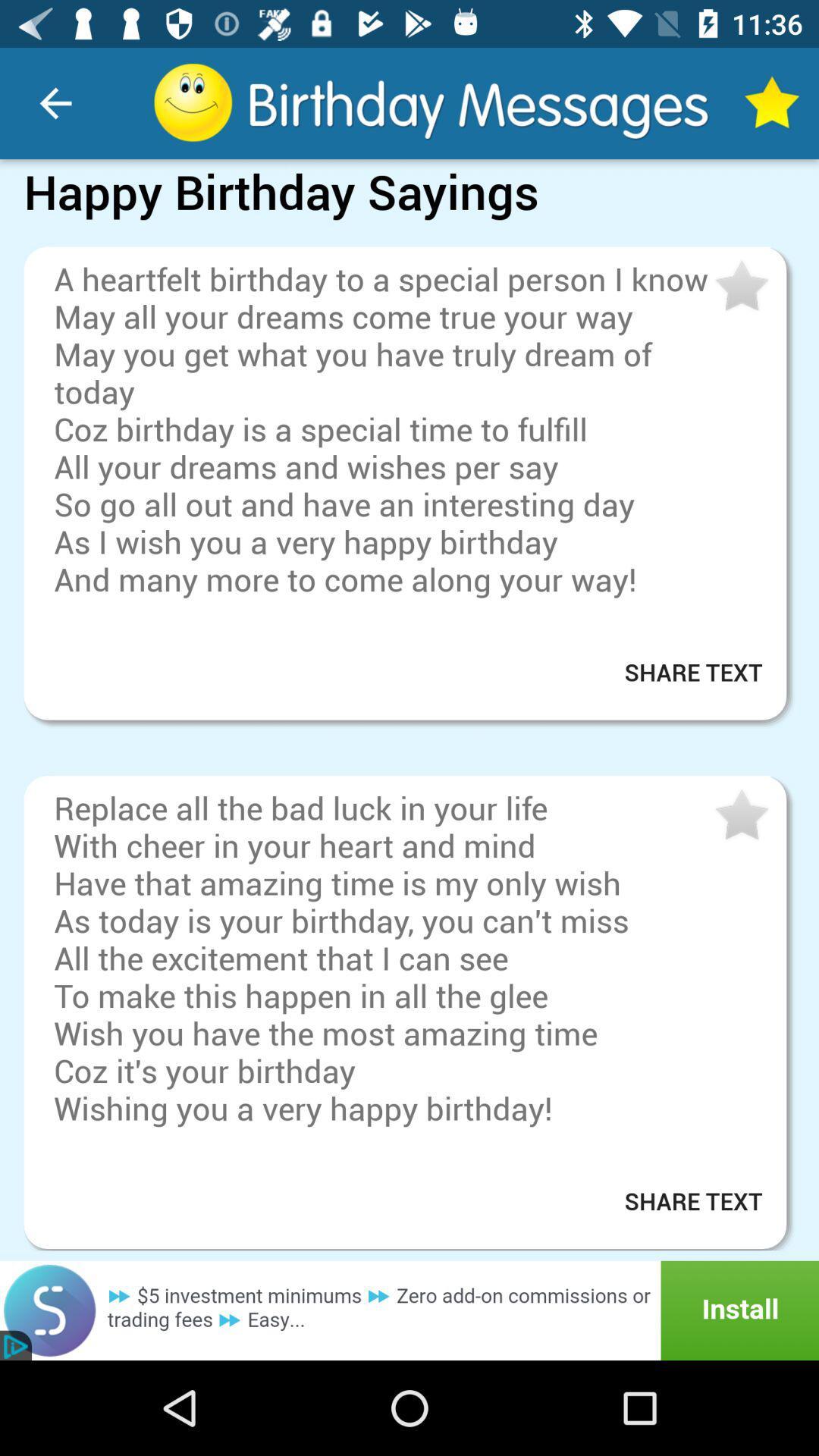 This screenshot has height=1456, width=819. I want to click on to my favorites bar, so click(739, 287).